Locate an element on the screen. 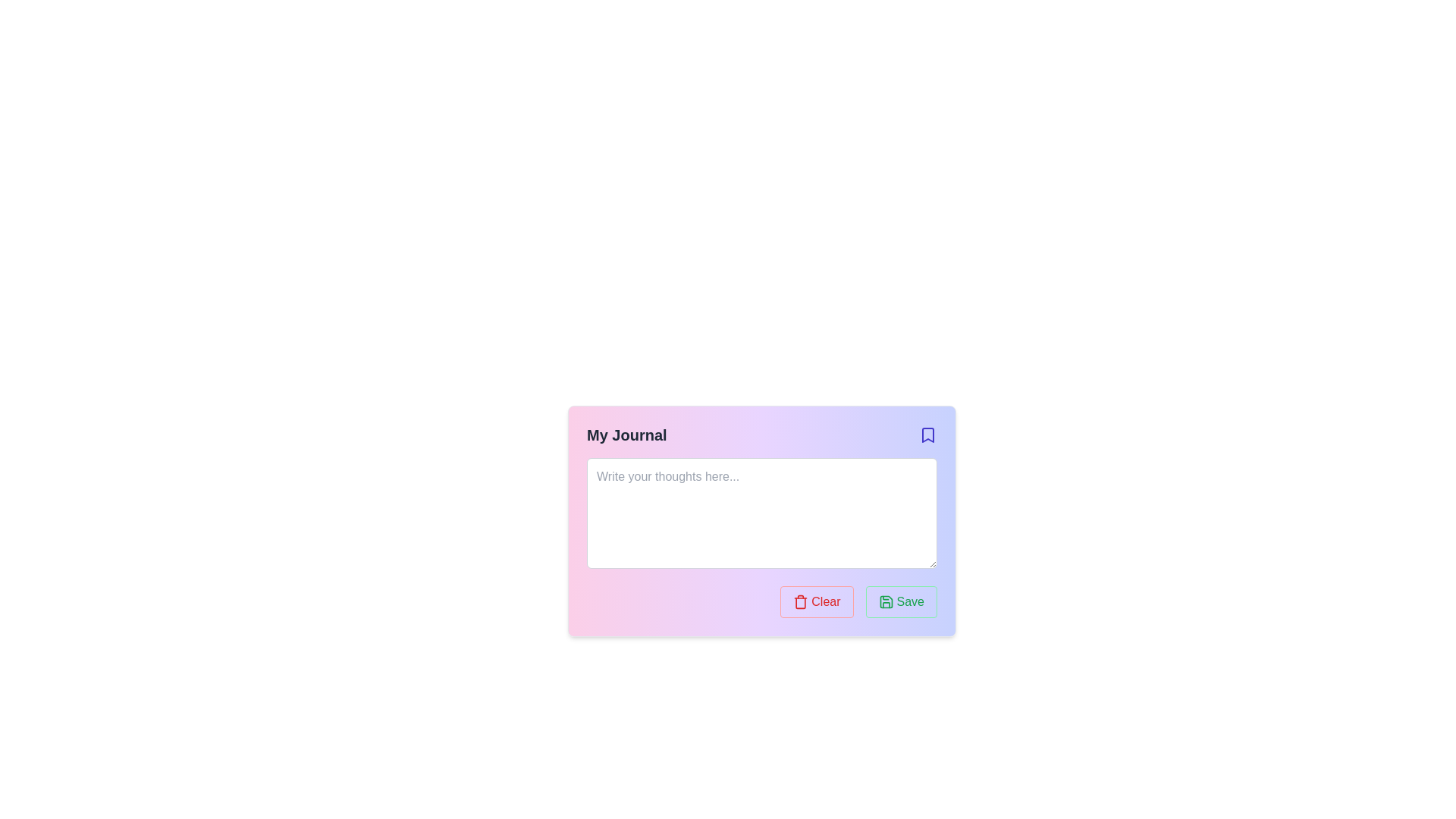  the red trash bin icon representing the delete function, located to the left of the 'Clear' text below the 'Write your thoughts here...' input field is located at coordinates (800, 601).